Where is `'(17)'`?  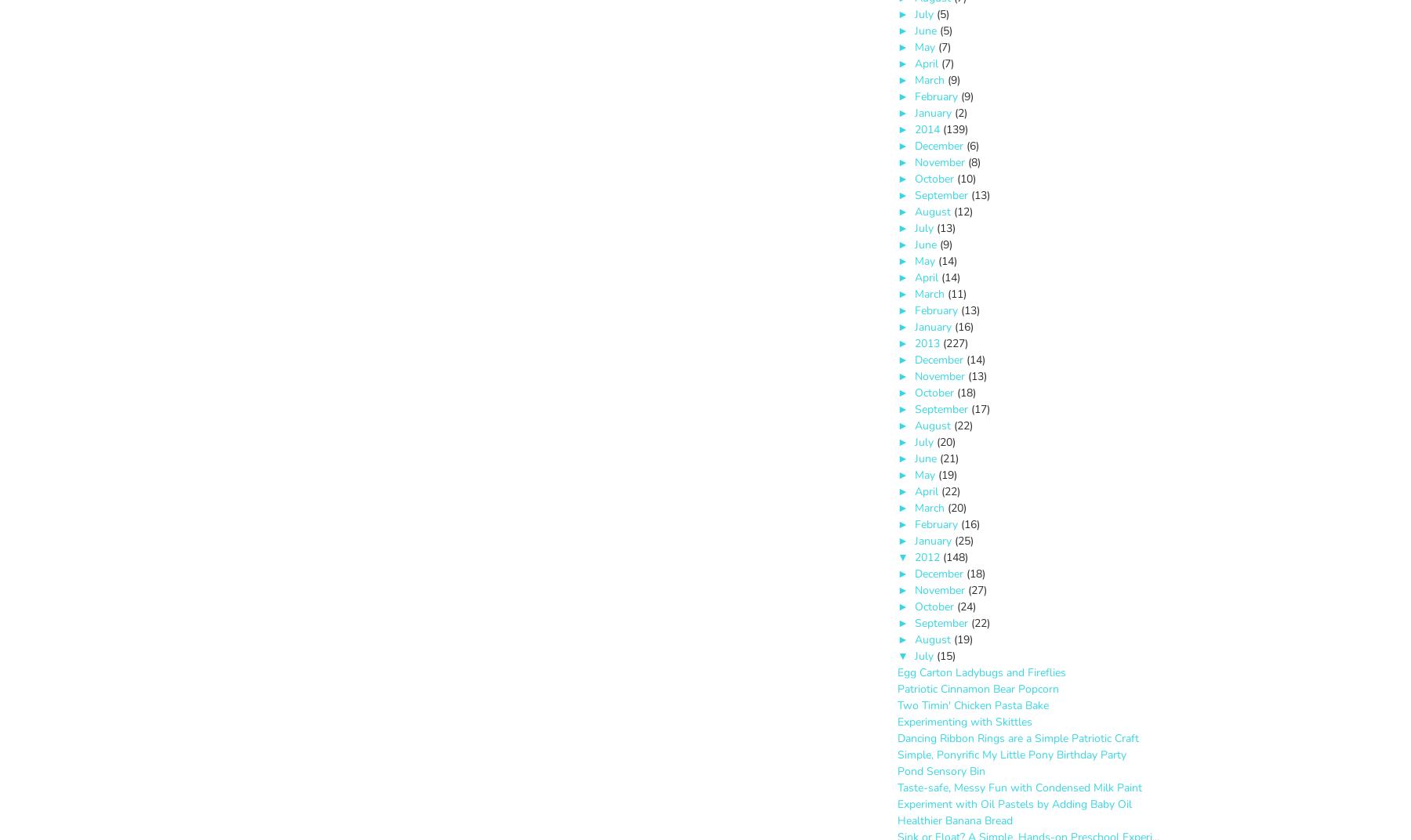 '(17)' is located at coordinates (979, 409).